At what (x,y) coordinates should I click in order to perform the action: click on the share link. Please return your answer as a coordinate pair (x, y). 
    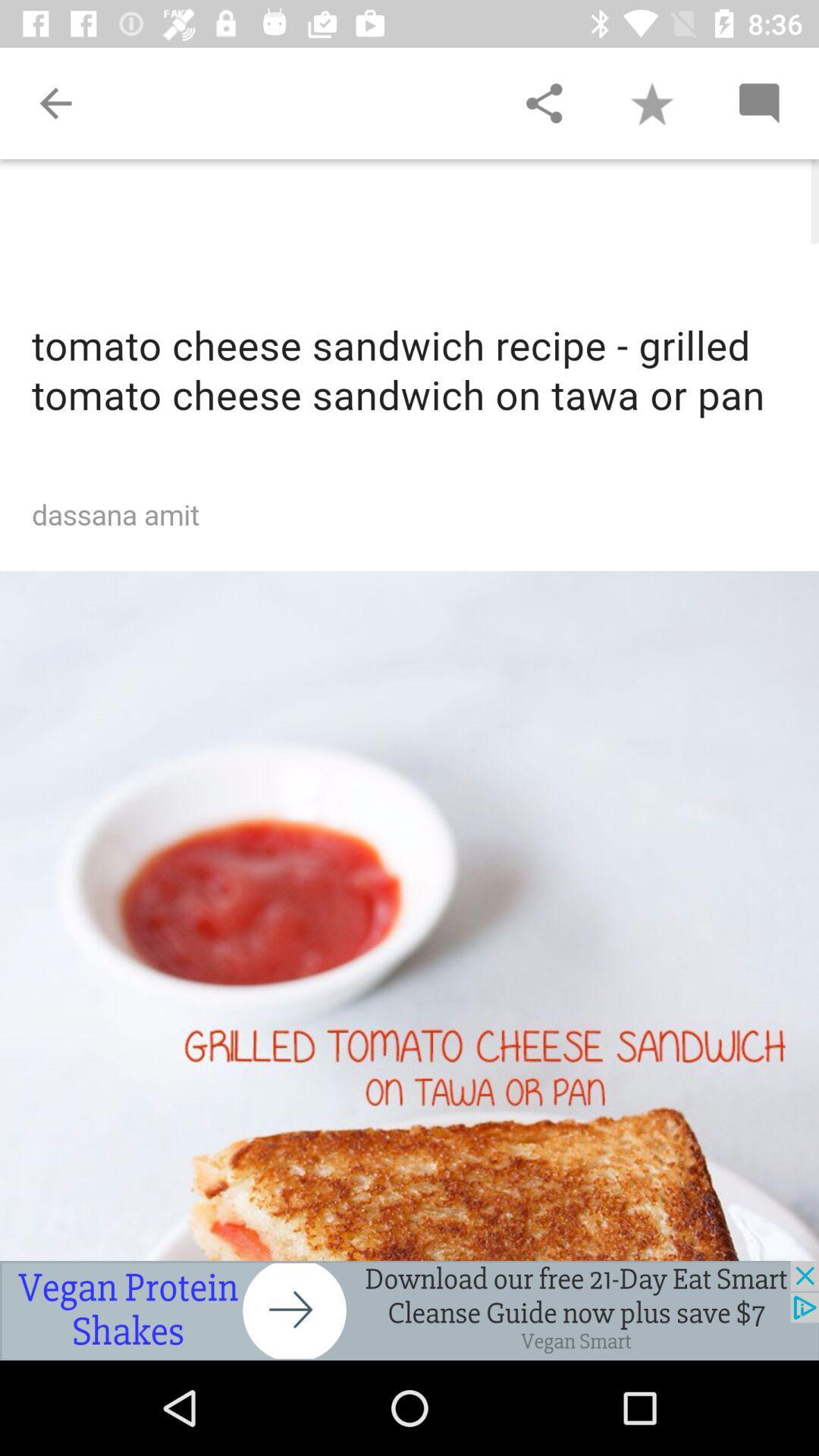
    Looking at the image, I should click on (543, 102).